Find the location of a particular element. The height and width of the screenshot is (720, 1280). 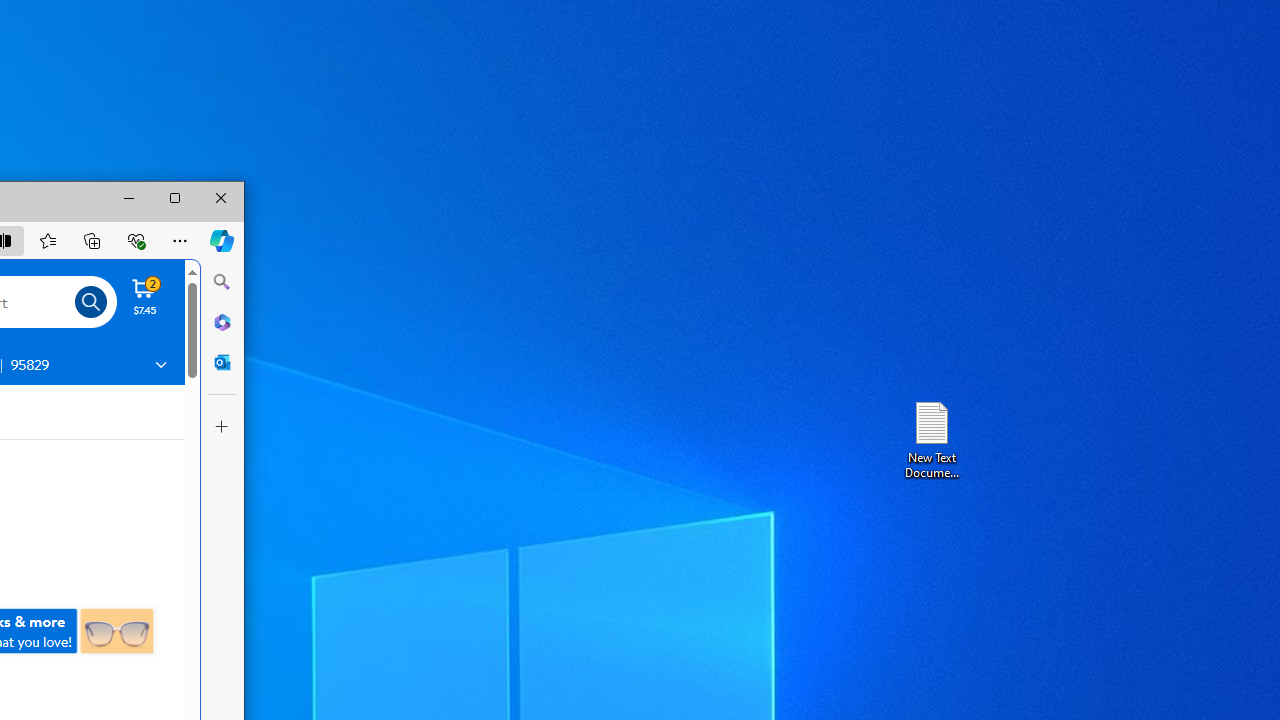

'Close Search pane' is located at coordinates (222, 282).